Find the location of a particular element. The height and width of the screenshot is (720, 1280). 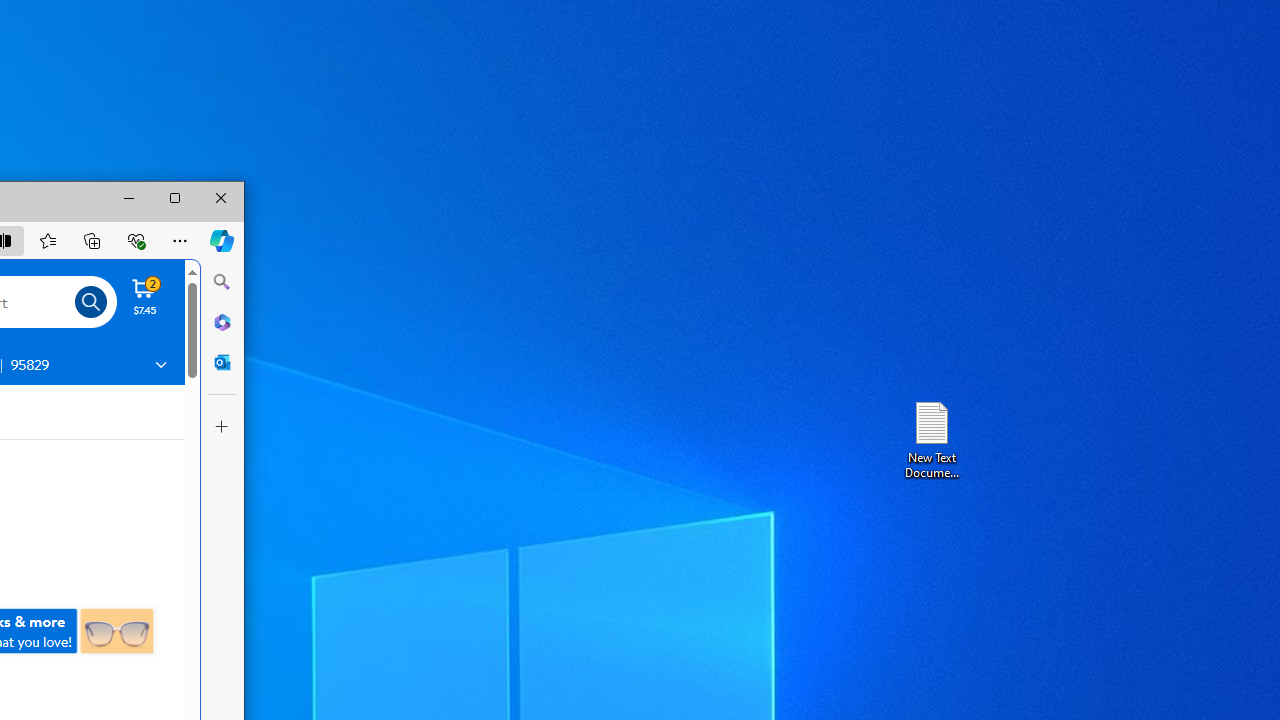

'Close Search pane' is located at coordinates (222, 282).